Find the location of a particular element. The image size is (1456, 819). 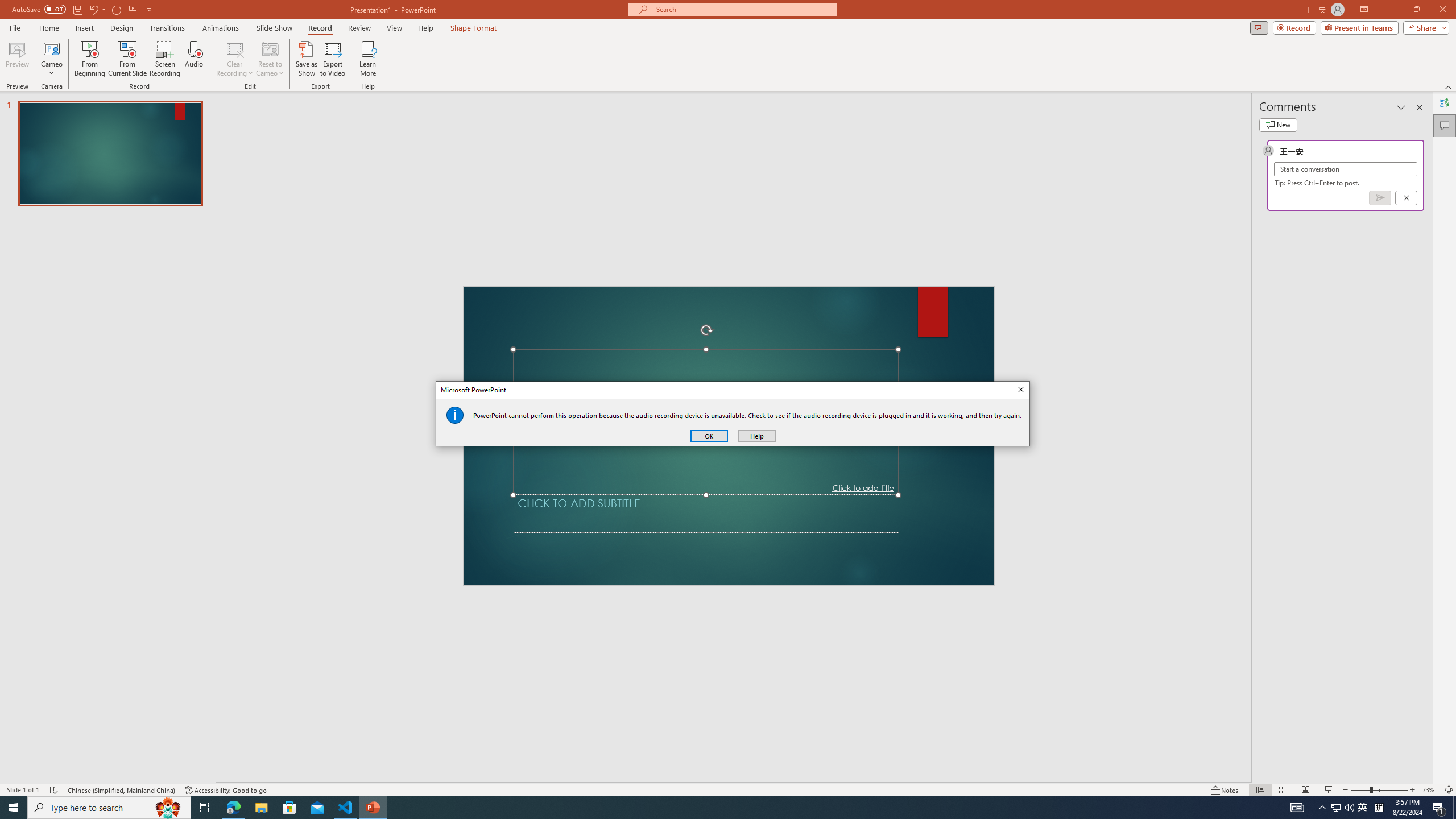

'Tray Input Indicator - Chinese (Simplified, China)' is located at coordinates (1379, 806).